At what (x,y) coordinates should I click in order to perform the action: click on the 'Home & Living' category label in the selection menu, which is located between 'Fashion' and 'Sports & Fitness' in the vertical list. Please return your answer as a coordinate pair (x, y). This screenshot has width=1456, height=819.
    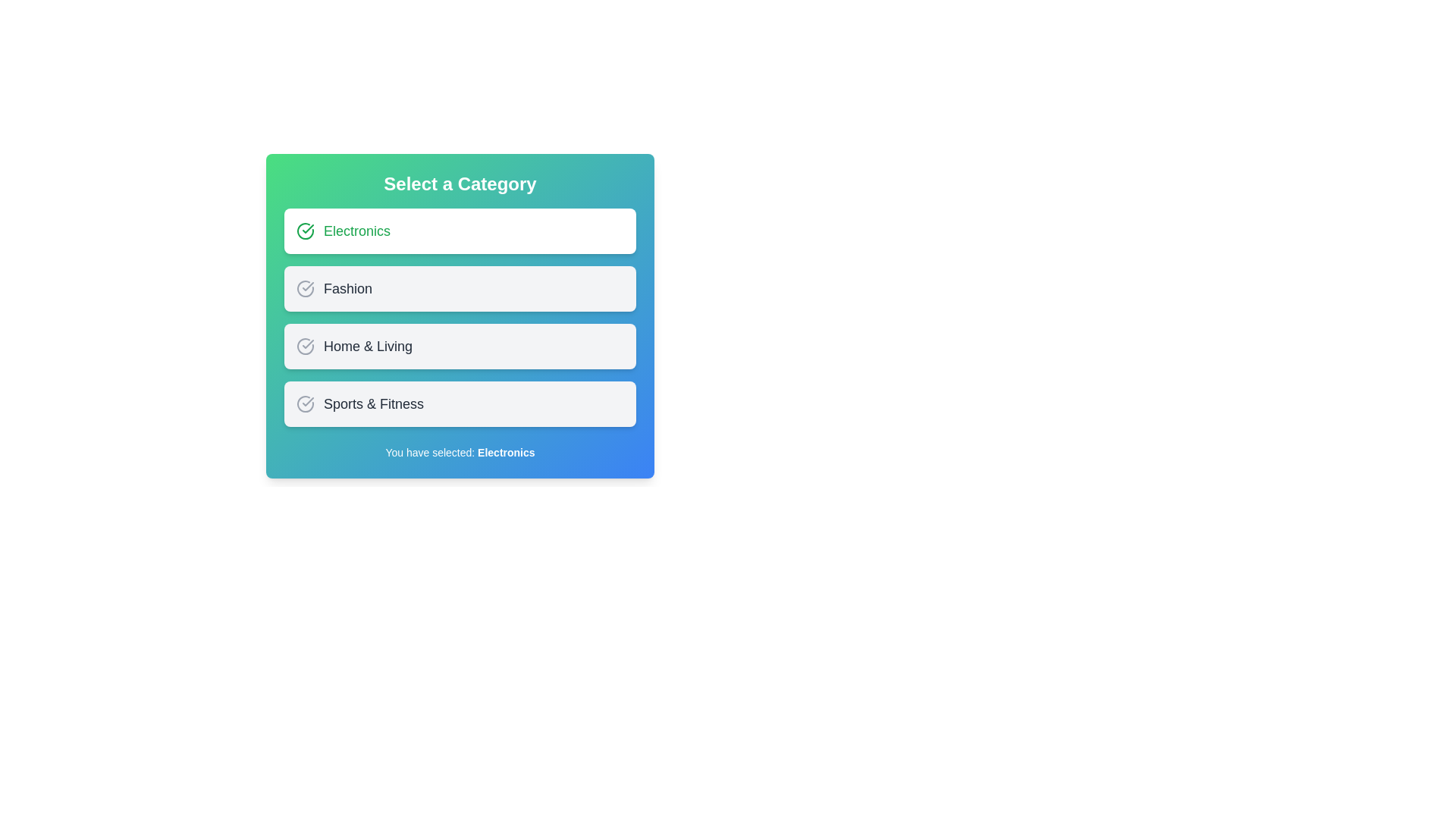
    Looking at the image, I should click on (368, 346).